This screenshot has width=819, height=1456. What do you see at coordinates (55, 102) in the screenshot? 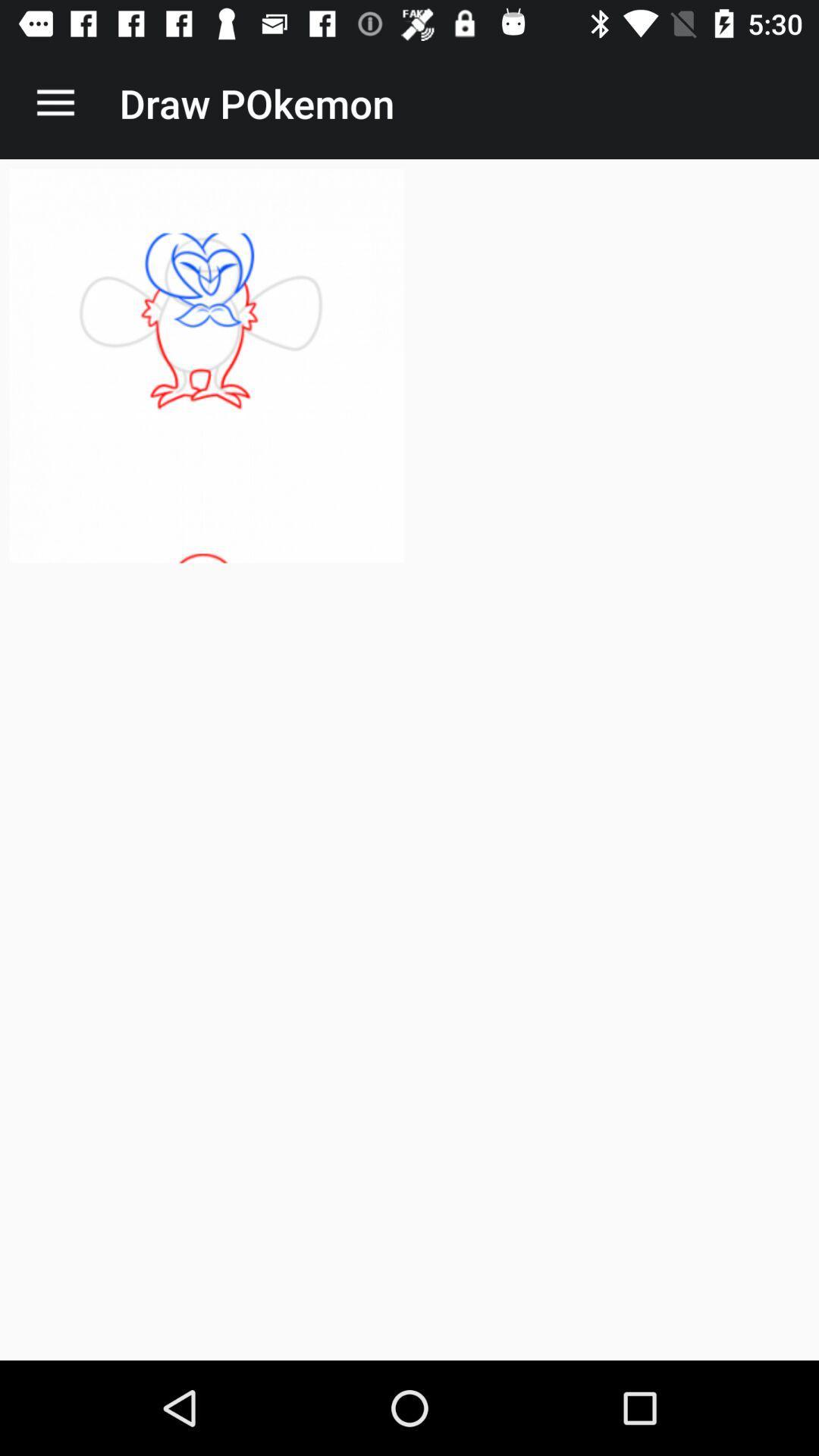
I see `app next to the draw pokemon app` at bounding box center [55, 102].